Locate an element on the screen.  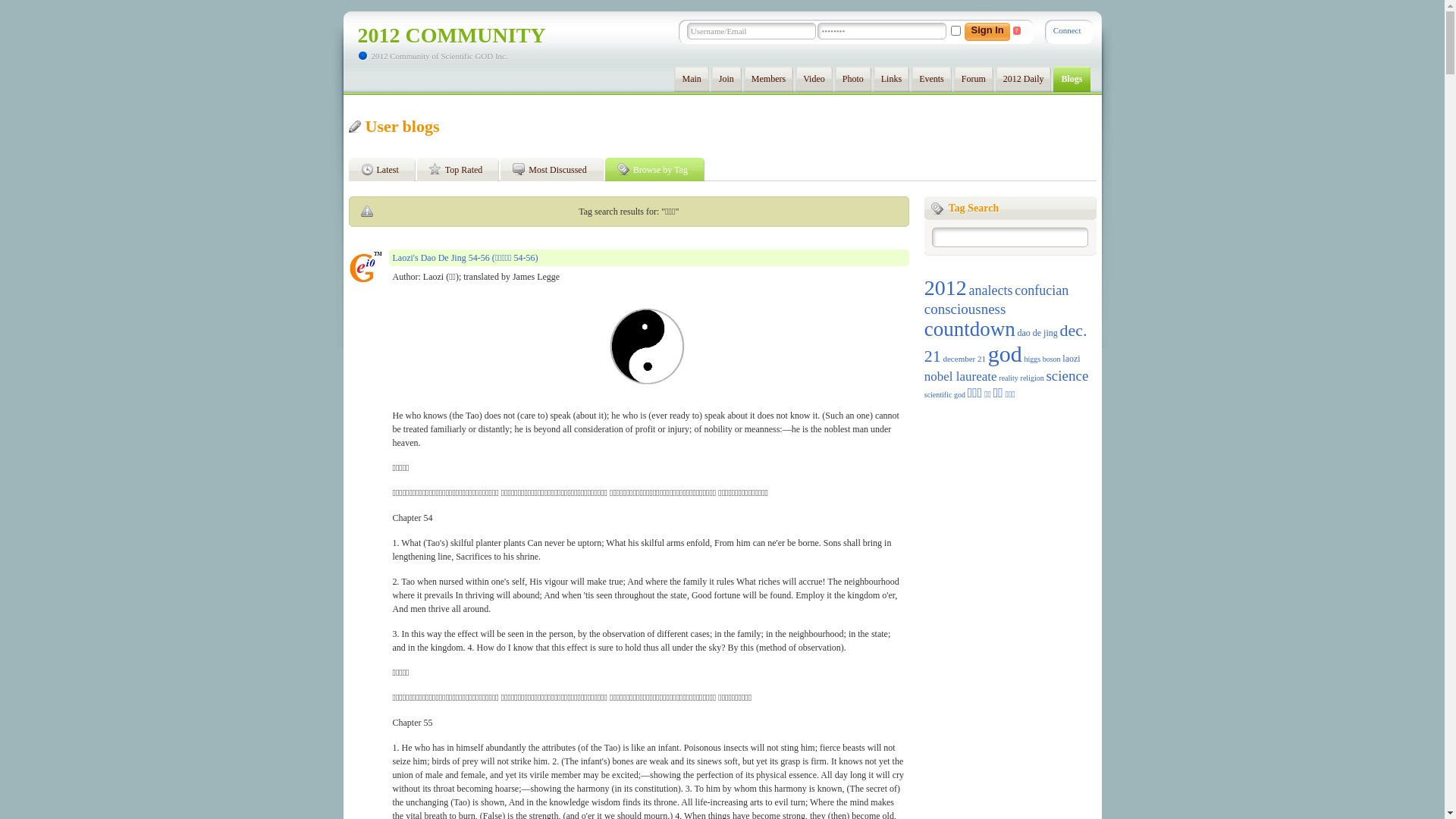
'2012 Daily' is located at coordinates (1023, 79).